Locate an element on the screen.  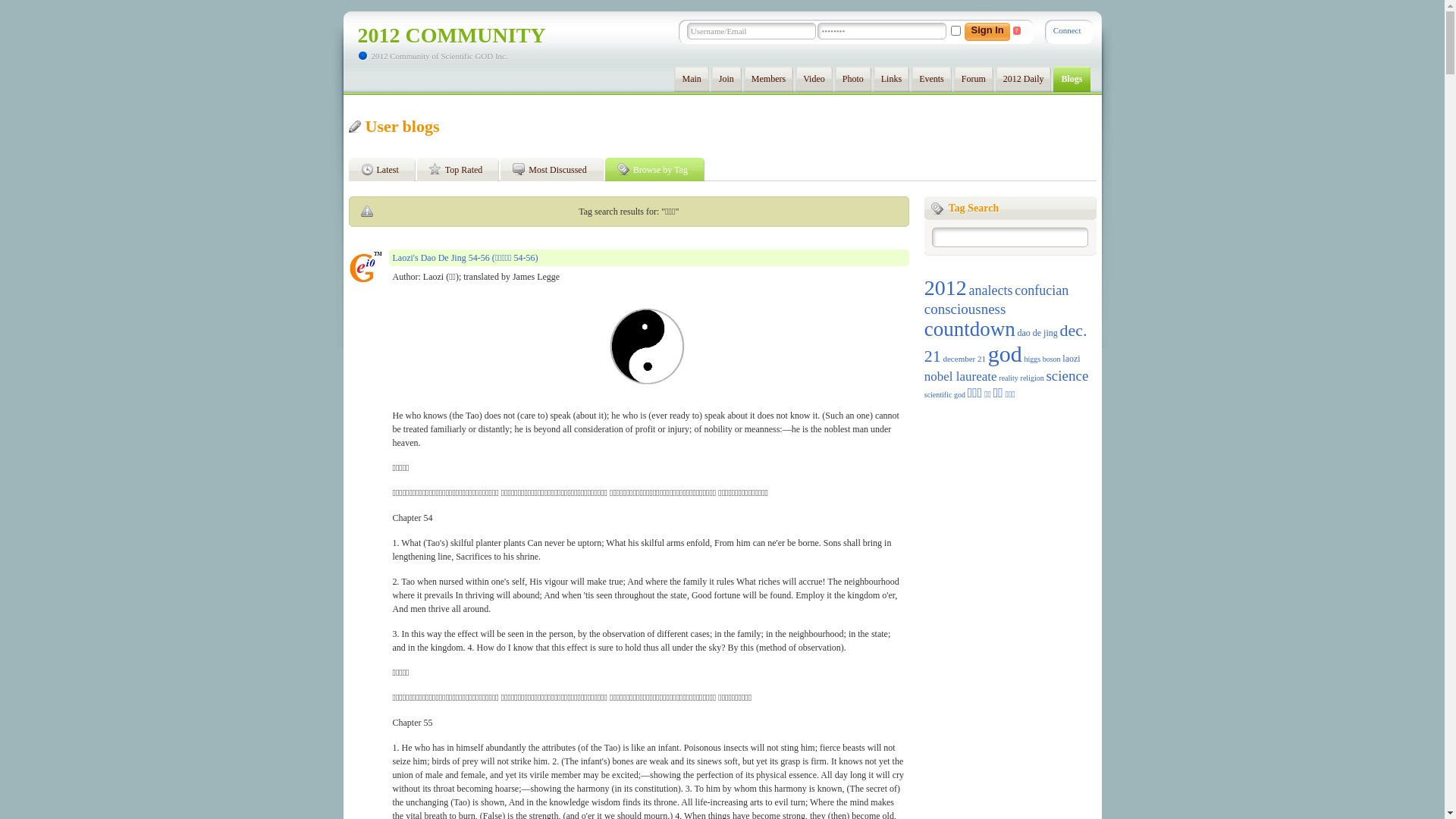
'2012 Daily' is located at coordinates (1023, 79).